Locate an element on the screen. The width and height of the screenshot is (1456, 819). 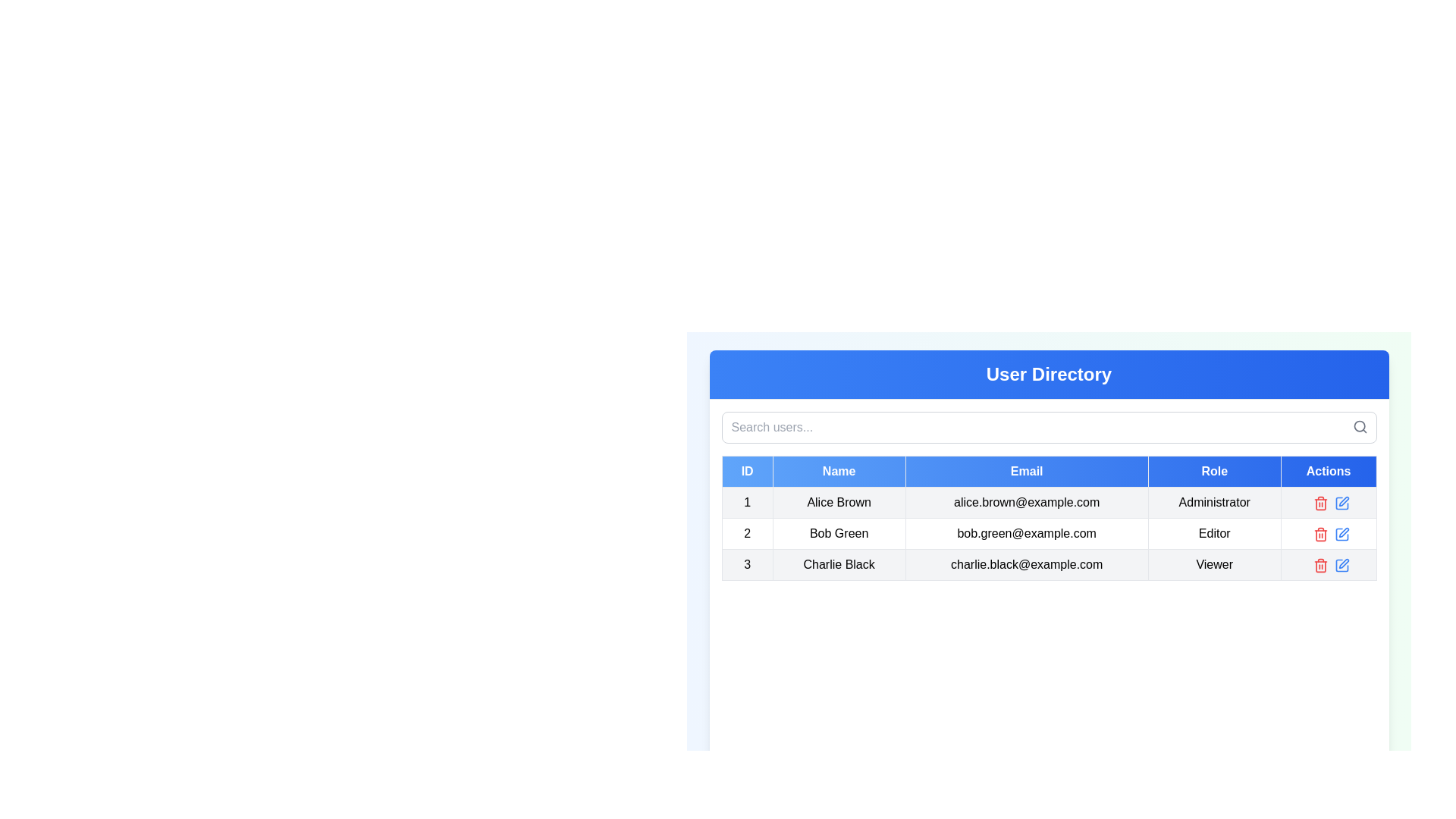
the circular decorative graphic component representing a magnifying glass located in the top-right corner of the user directory interface header is located at coordinates (1359, 426).